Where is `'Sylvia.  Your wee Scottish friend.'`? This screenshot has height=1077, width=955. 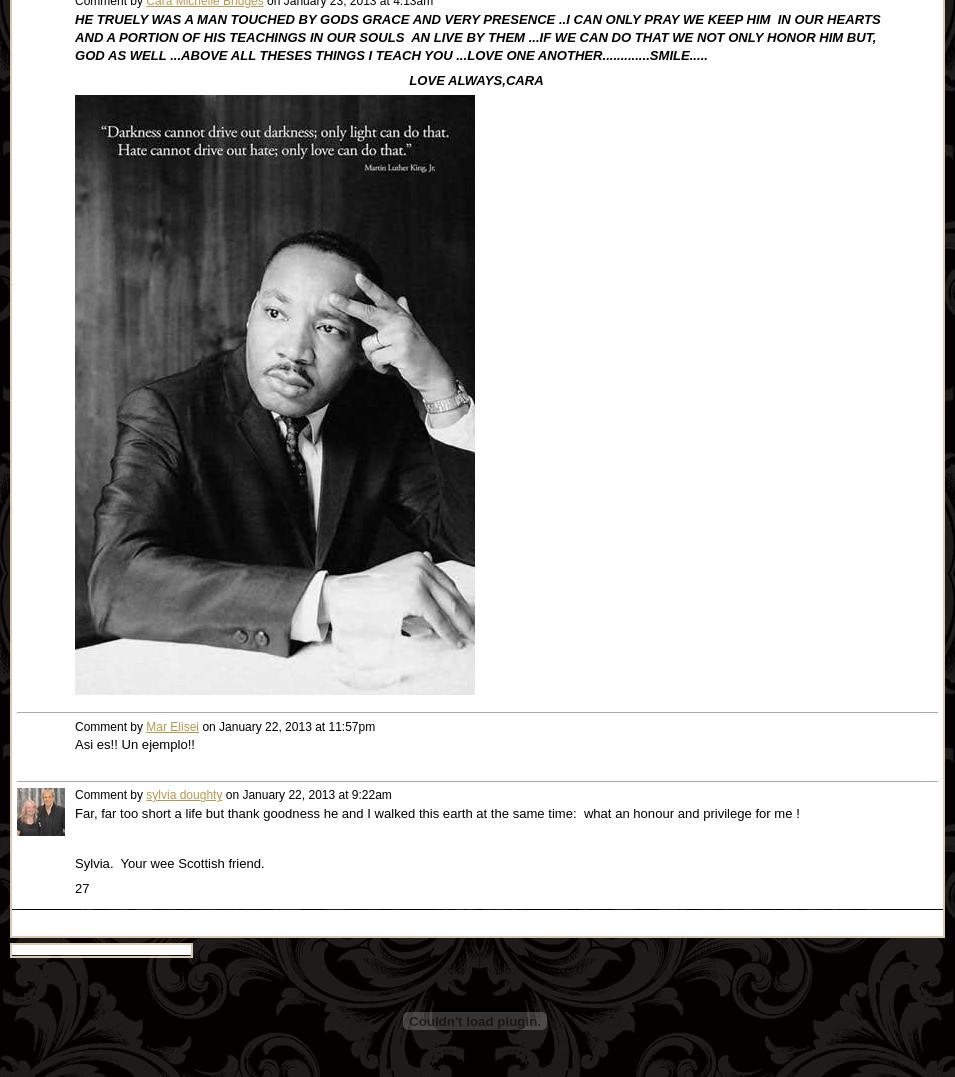 'Sylvia.  Your wee Scottish friend.' is located at coordinates (169, 861).